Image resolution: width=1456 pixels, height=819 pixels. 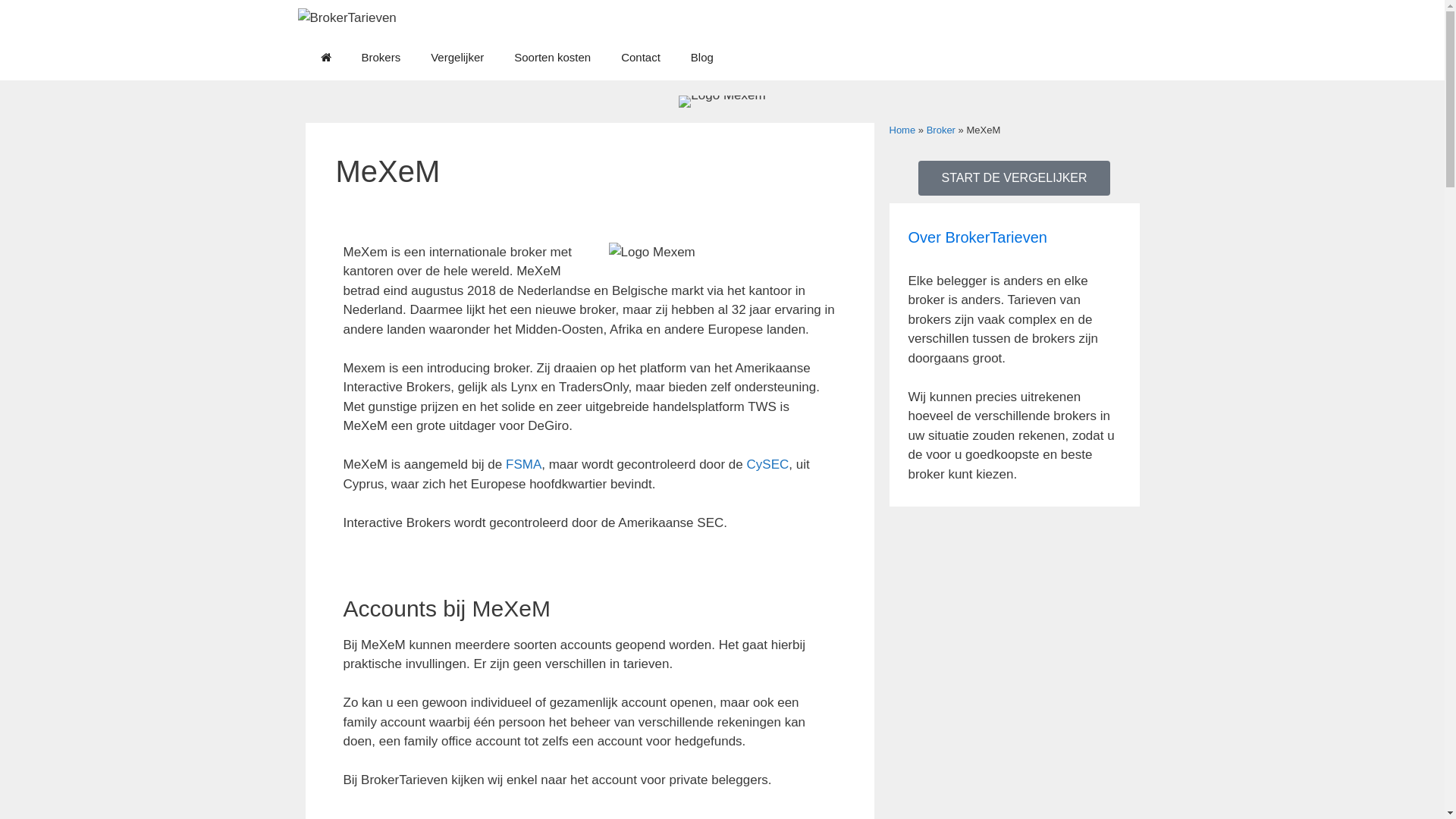 I want to click on 'CySEC', so click(x=767, y=463).